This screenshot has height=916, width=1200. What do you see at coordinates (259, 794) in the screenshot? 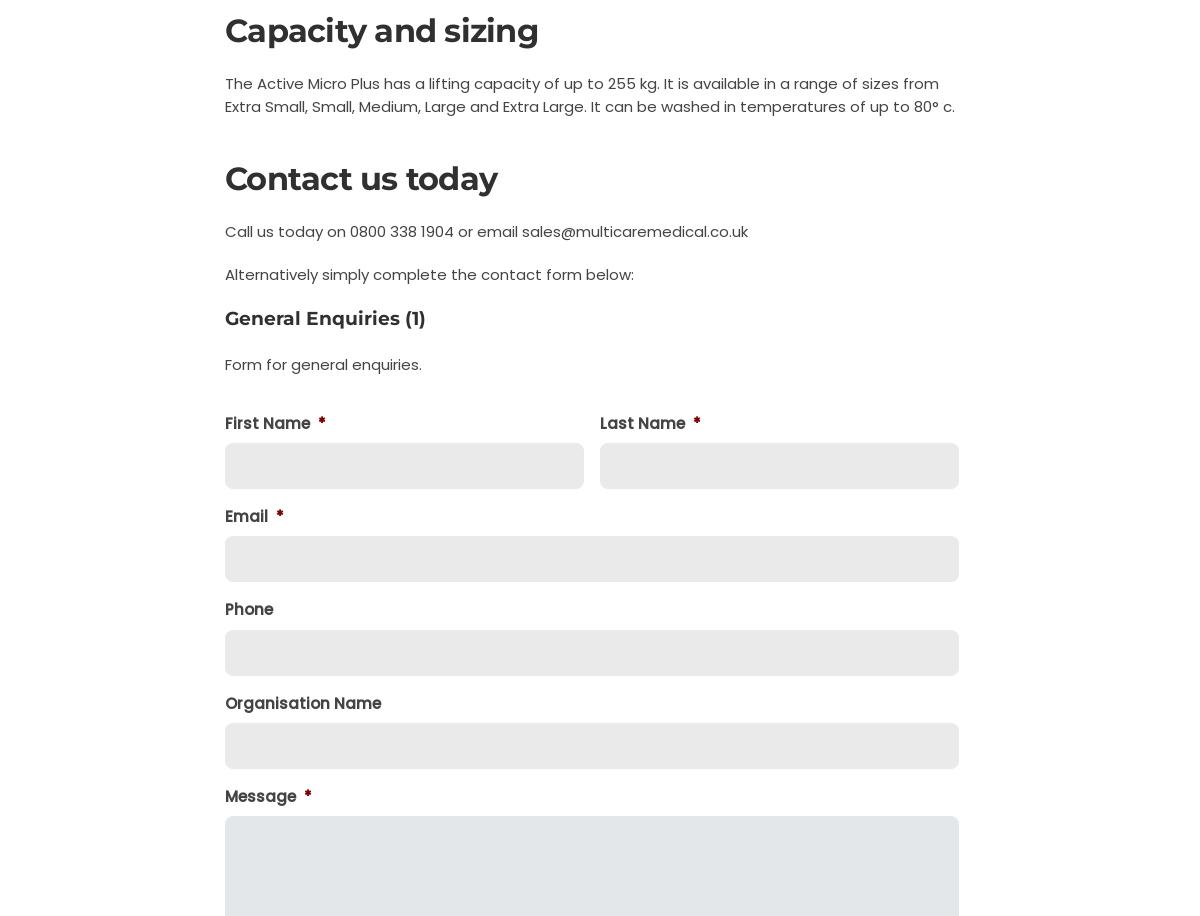
I see `'Message'` at bounding box center [259, 794].